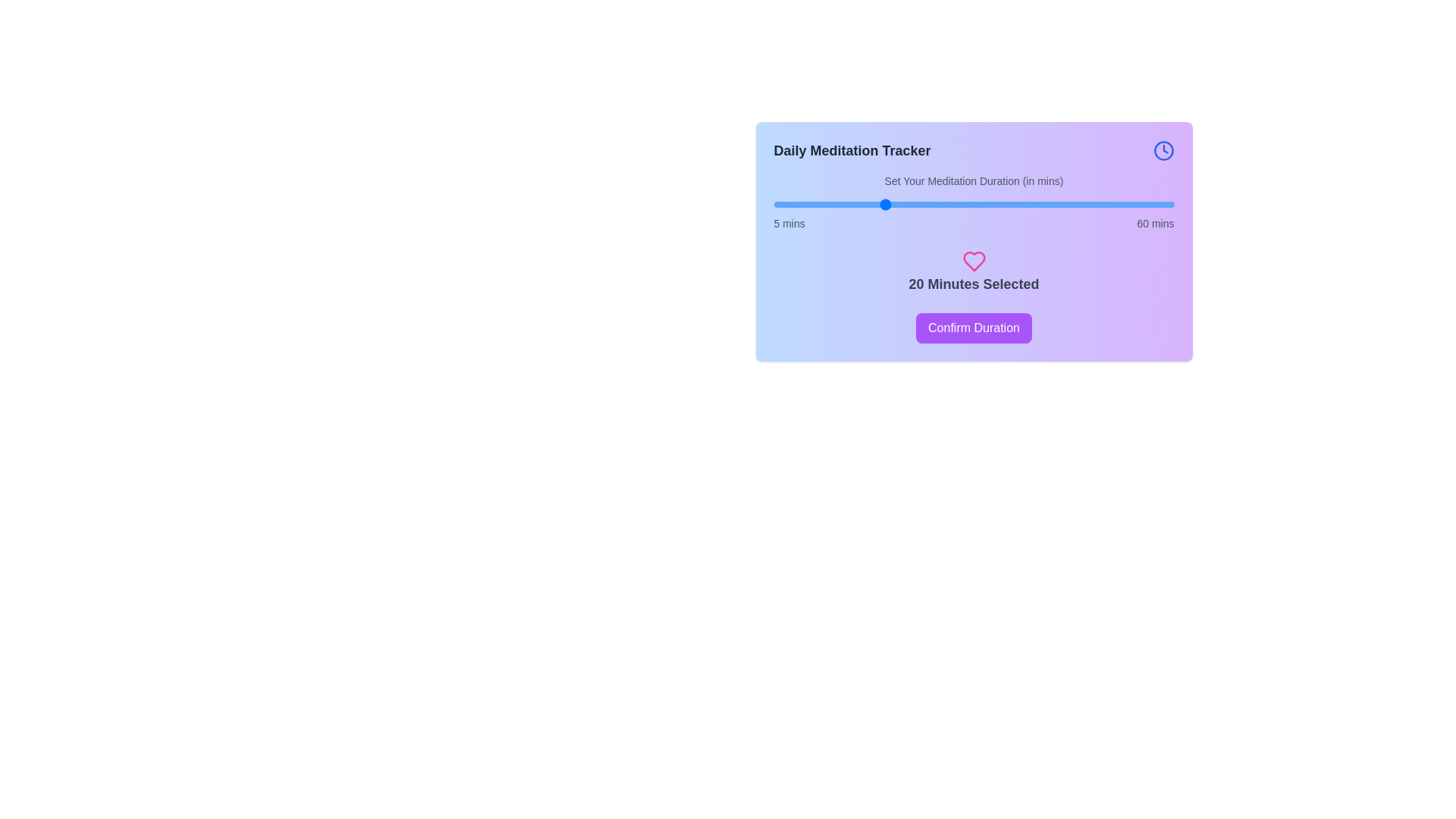 Image resolution: width=1456 pixels, height=819 pixels. What do you see at coordinates (1145, 205) in the screenshot?
I see `the meditation duration to 56 minutes using the slider` at bounding box center [1145, 205].